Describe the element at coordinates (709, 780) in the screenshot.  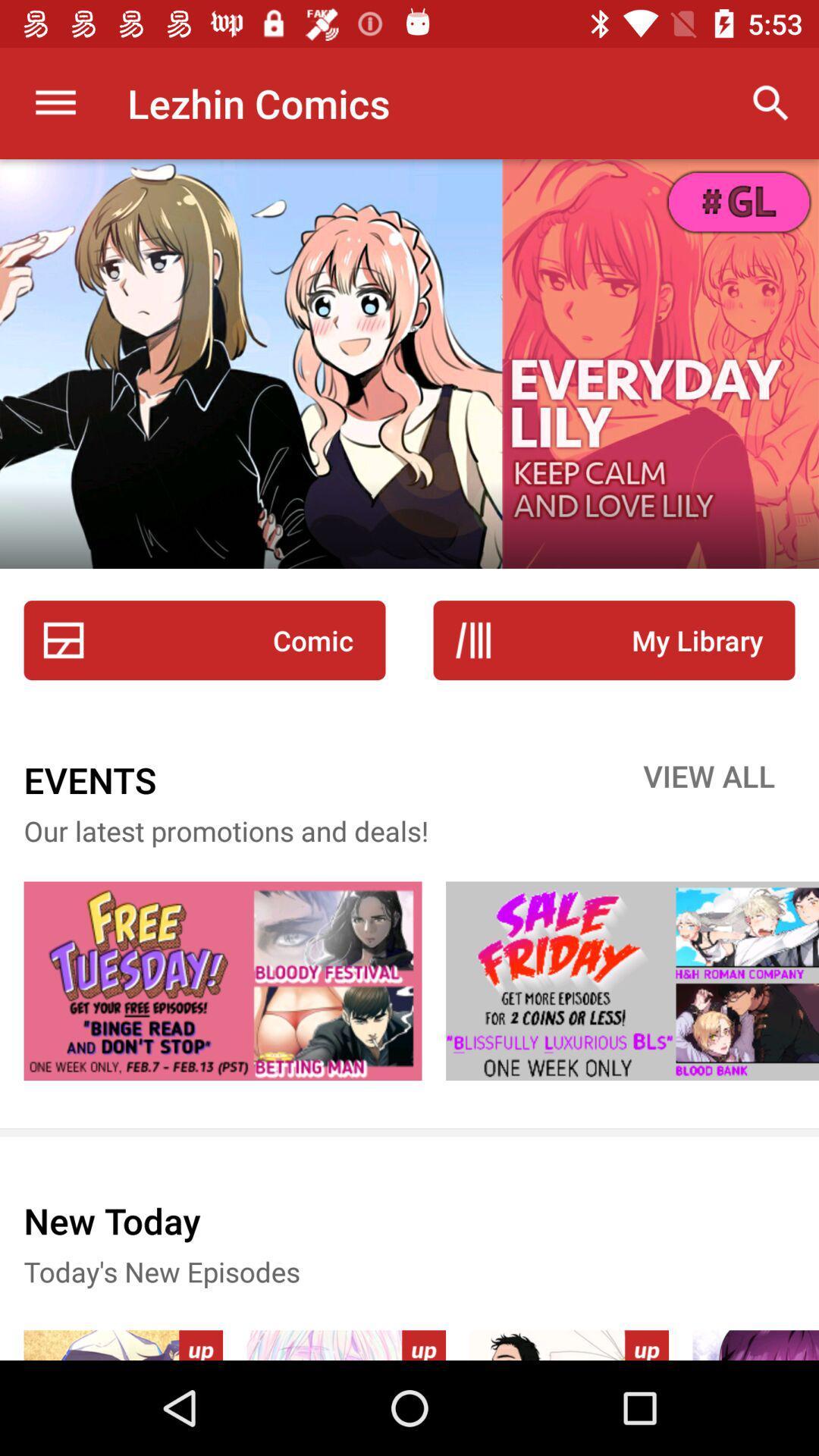
I see `icon to the right of the events` at that location.